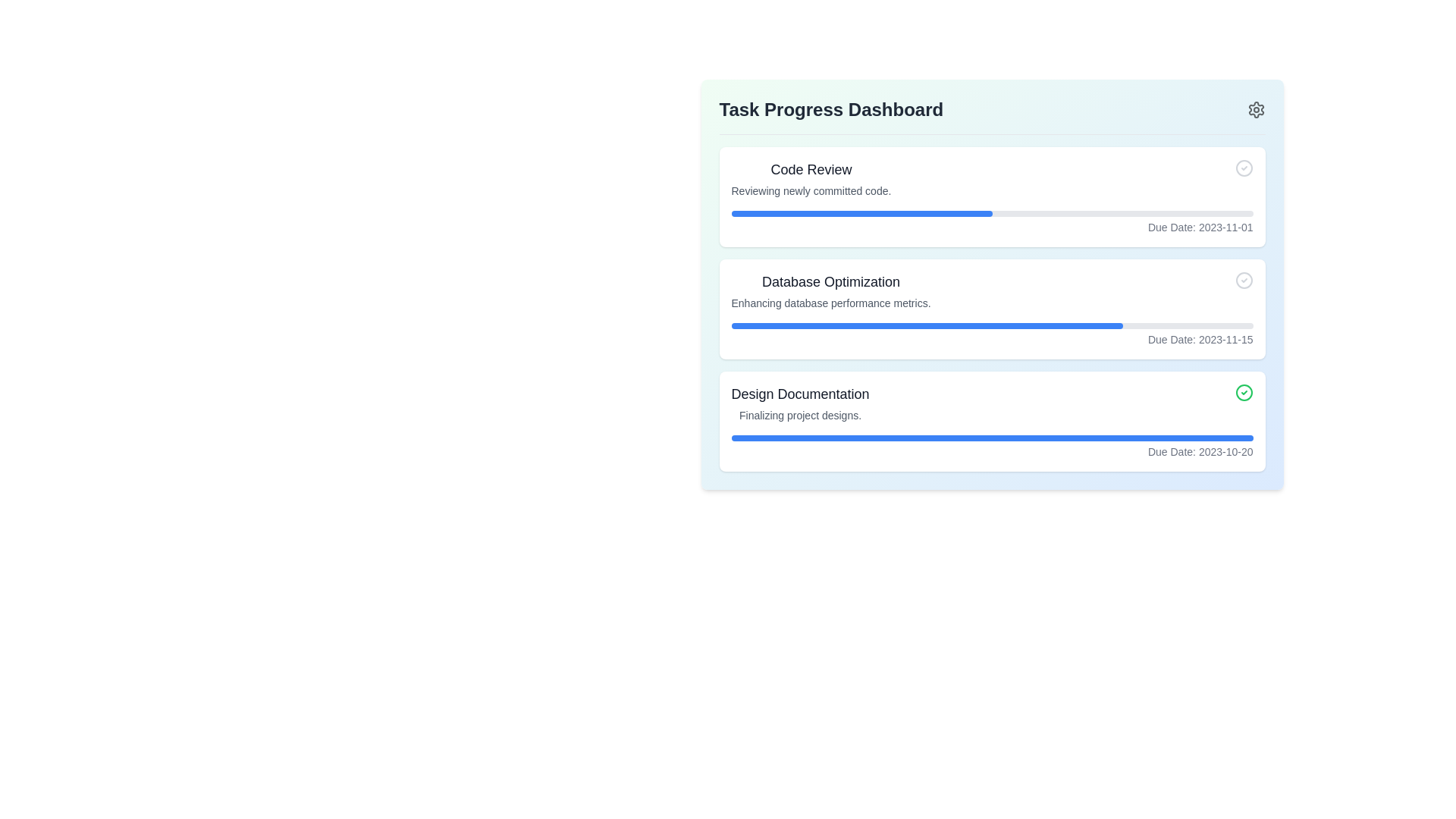 The width and height of the screenshot is (1456, 819). Describe the element at coordinates (926, 325) in the screenshot. I see `the Progress Bar Indicator that visually indicates the 75% completion of the 'Database Optimization' task in the 'Task Progress Dashboard'` at that location.